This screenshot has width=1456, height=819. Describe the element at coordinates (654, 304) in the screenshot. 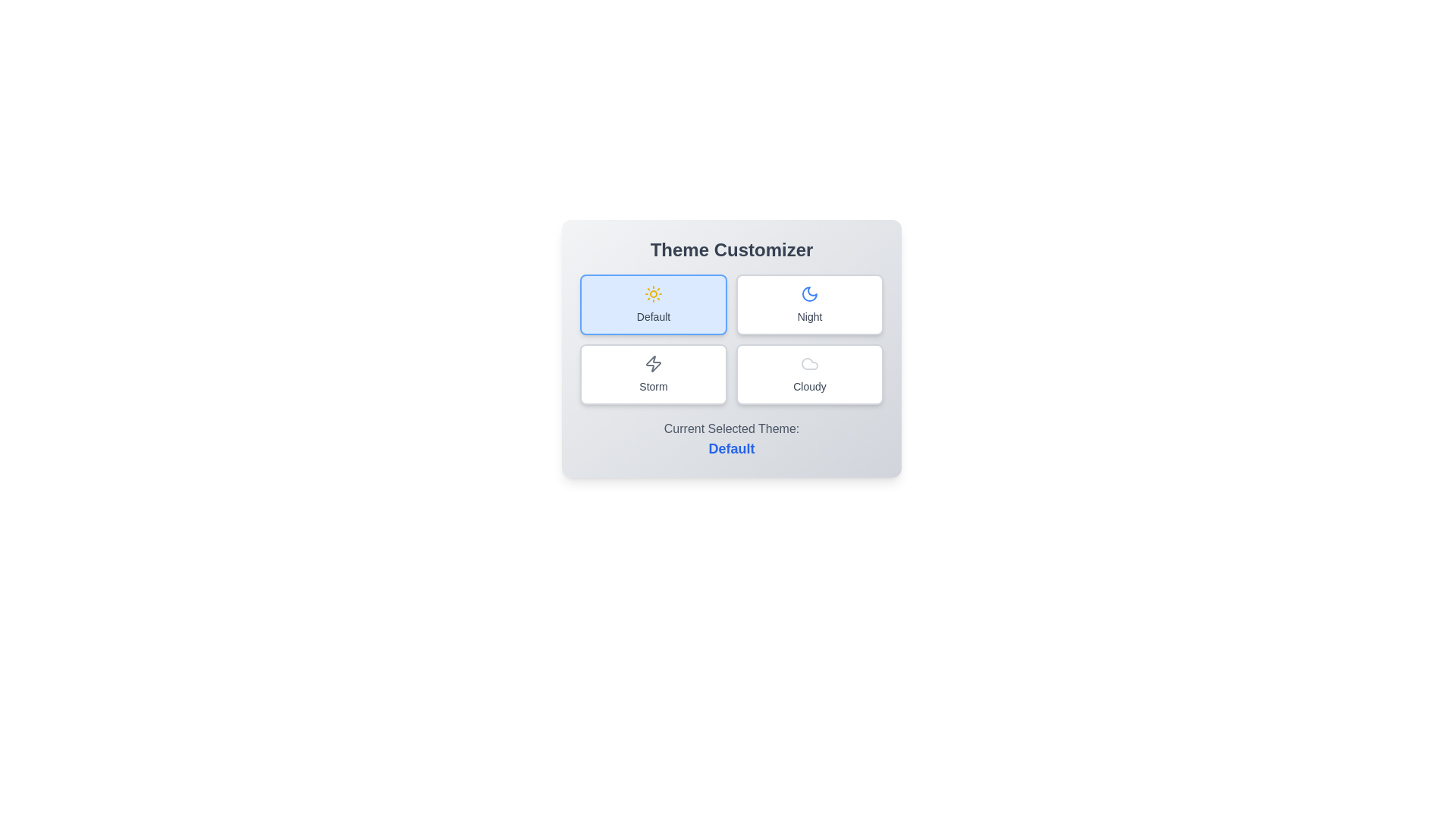

I see `the theme Default by clicking on its corresponding button` at that location.